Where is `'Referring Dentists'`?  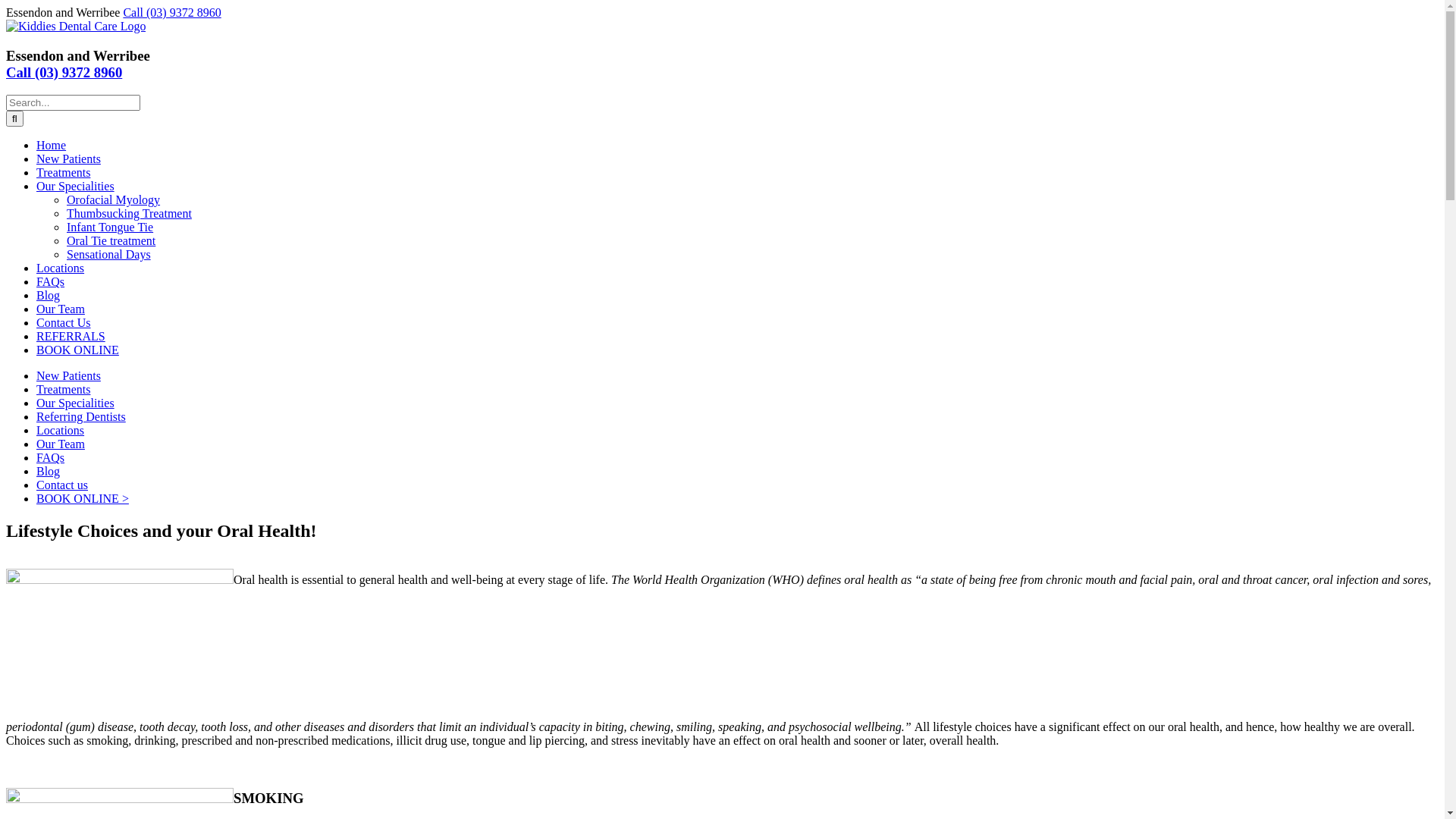 'Referring Dentists' is located at coordinates (36, 416).